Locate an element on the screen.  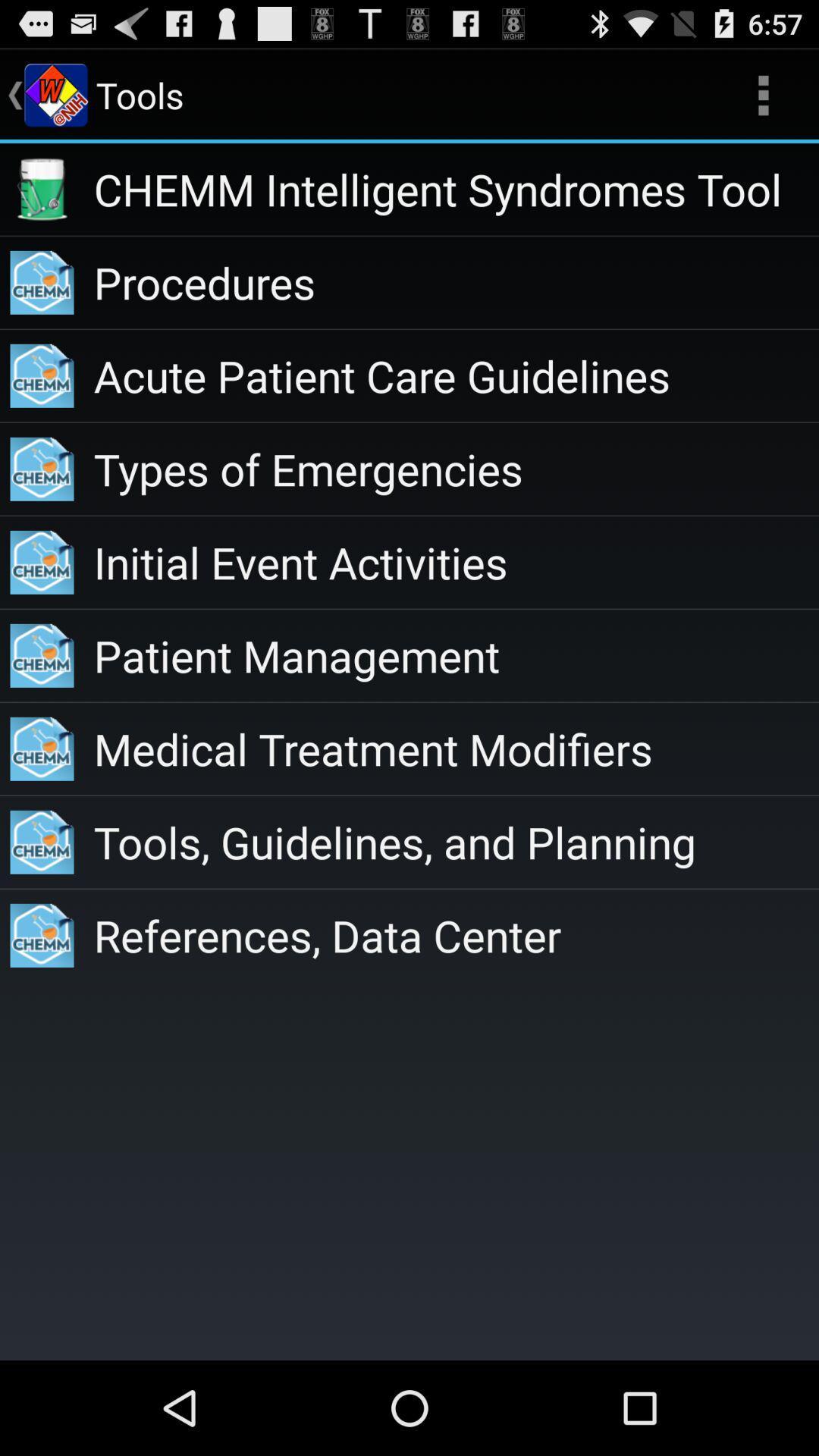
last image is located at coordinates (42, 934).